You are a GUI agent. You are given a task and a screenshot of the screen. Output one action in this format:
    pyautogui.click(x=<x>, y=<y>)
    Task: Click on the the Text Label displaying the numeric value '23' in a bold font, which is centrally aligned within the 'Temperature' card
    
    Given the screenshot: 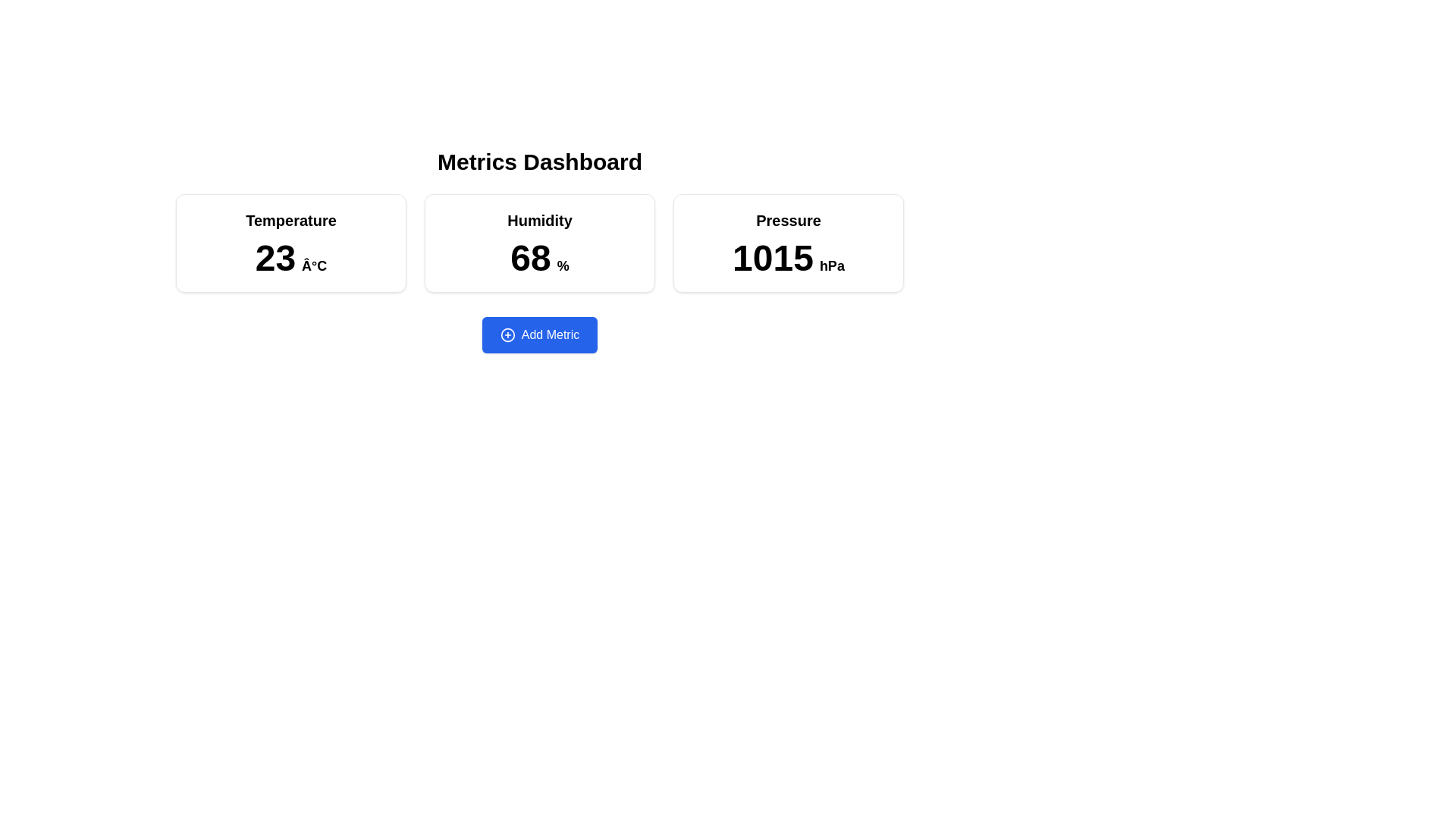 What is the action you would take?
    pyautogui.click(x=291, y=257)
    